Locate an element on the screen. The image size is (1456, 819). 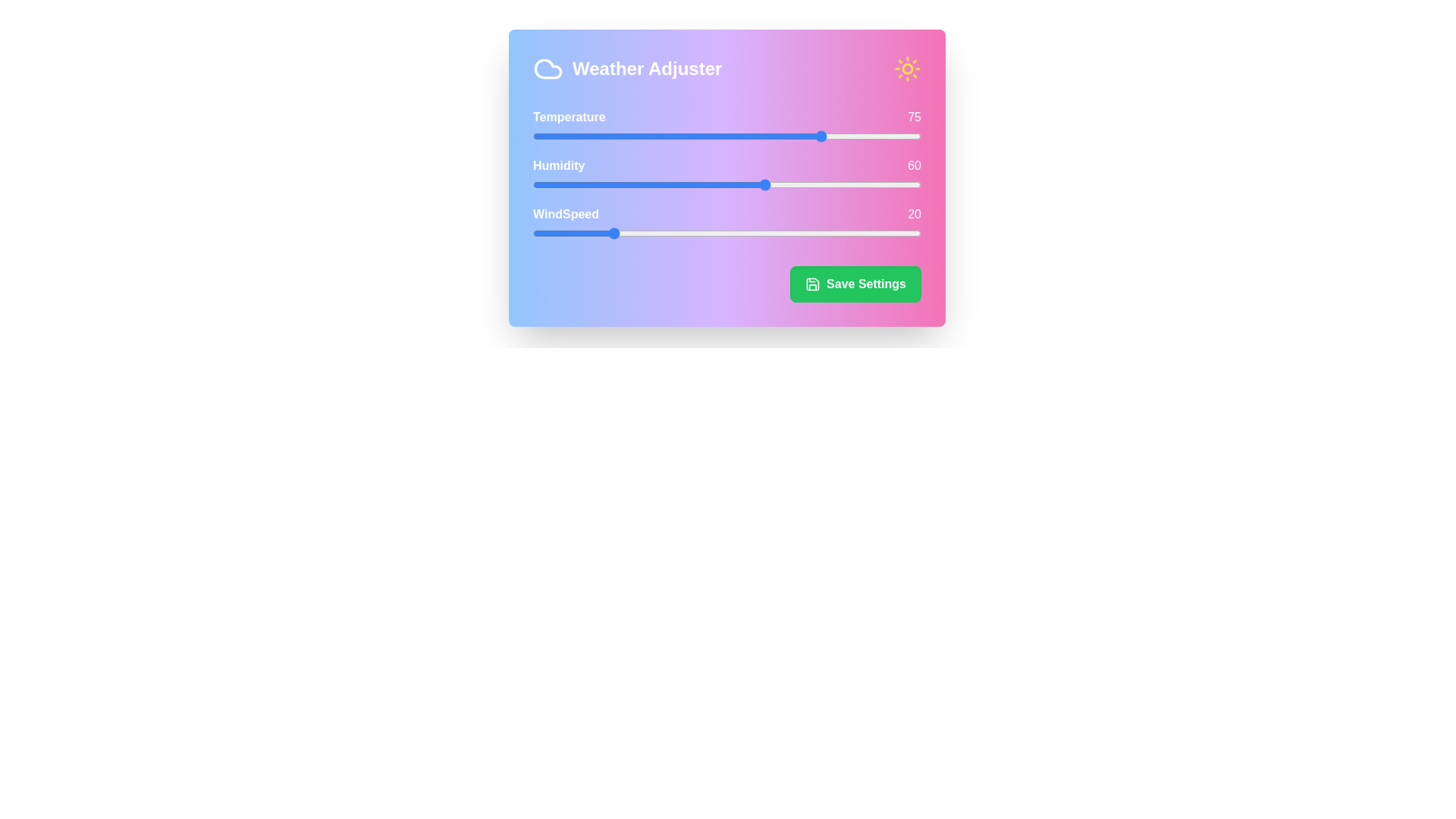
the label displaying the current wind speed value (20) located towards the bottom of the 'Weather Adjuster' interface panel, to the right of the 'WindSpeed' label and above a slider bar is located at coordinates (726, 214).